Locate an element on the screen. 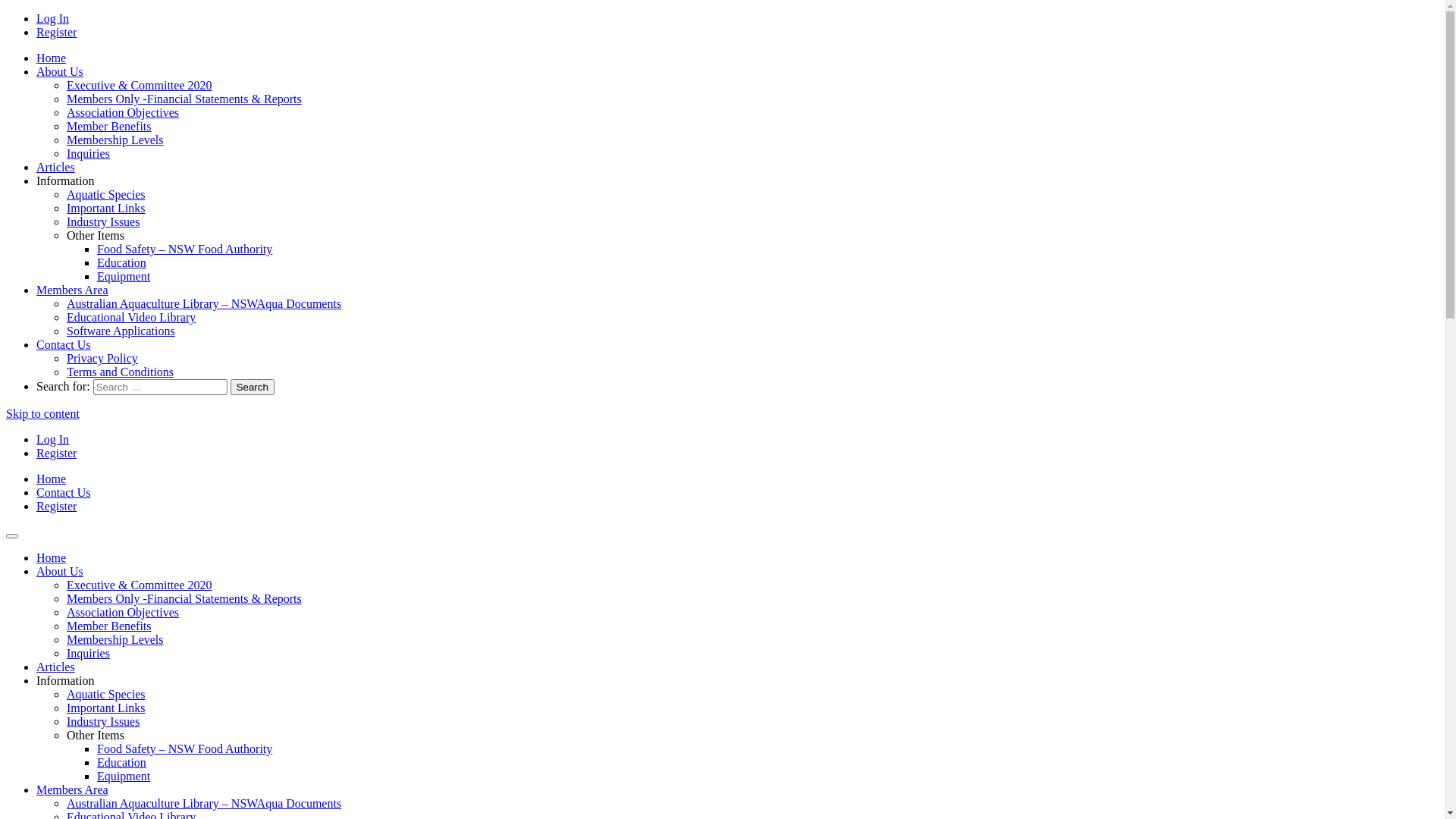  'Executive & Committee 2020' is located at coordinates (65, 584).